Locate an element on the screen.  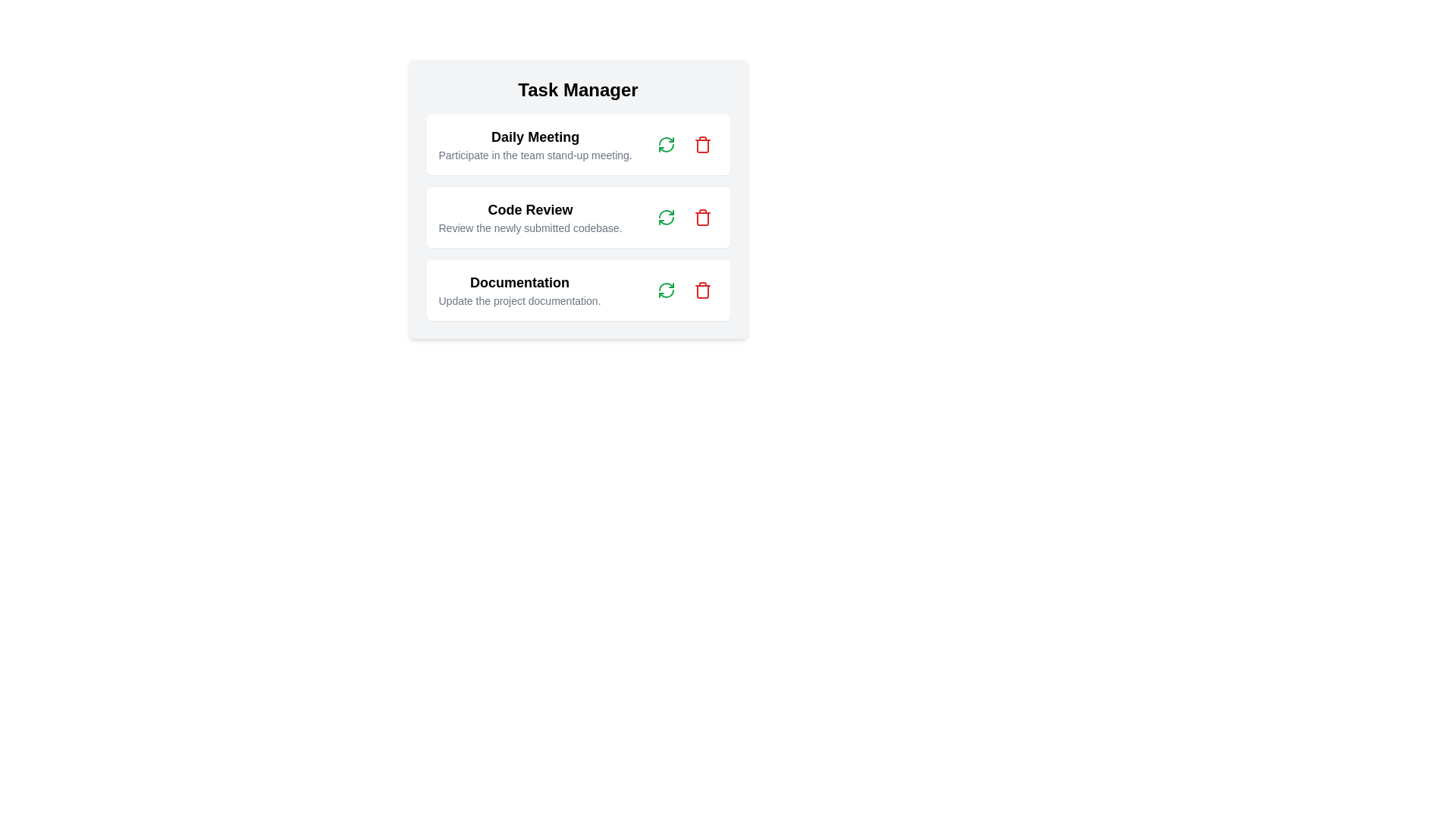
the green circular refresh icon located directly to the right of the 'Review the newly submitted codebase.' text in the second row of the 'Code Review' task list is located at coordinates (666, 217).